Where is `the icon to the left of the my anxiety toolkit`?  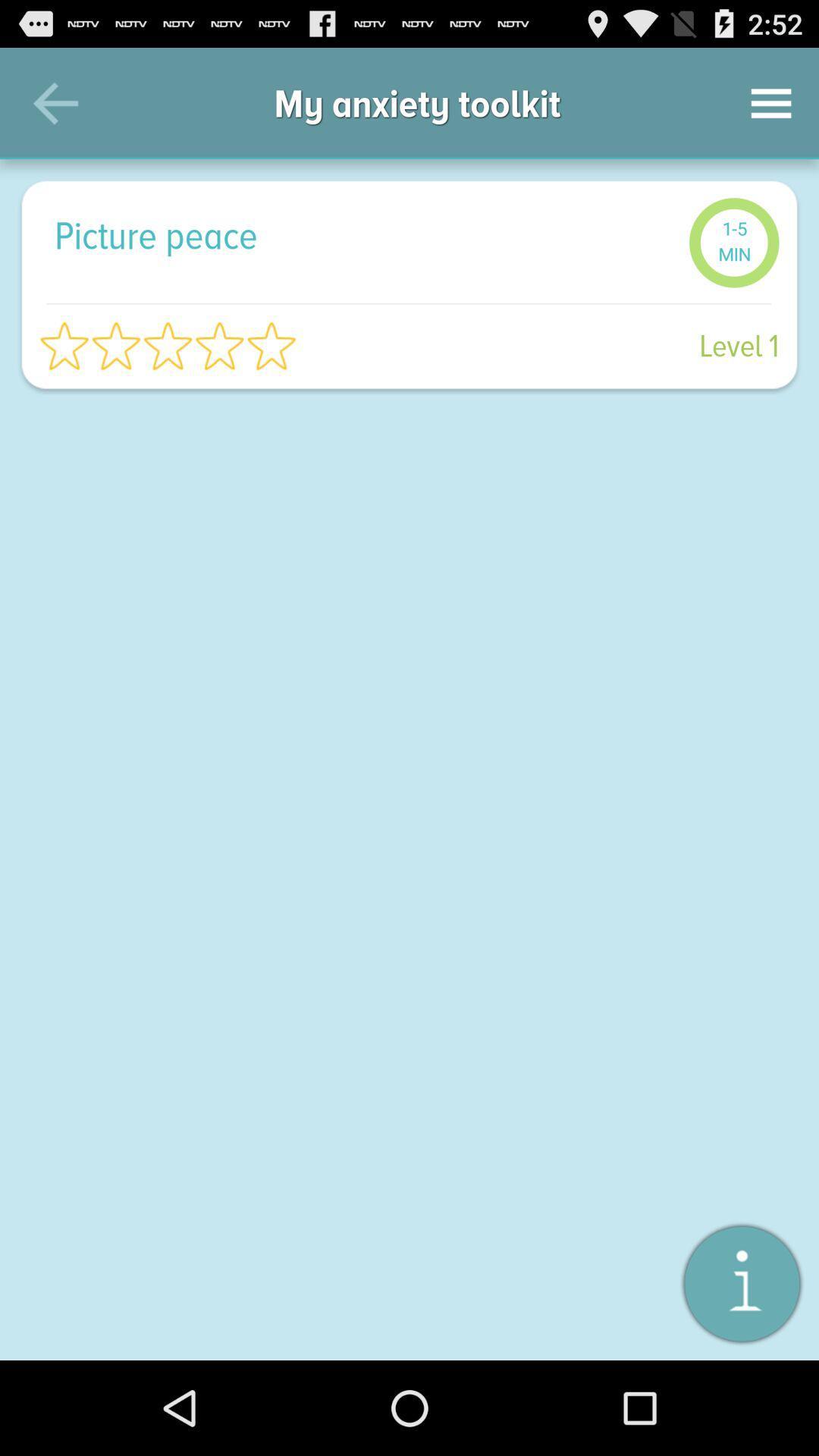
the icon to the left of the my anxiety toolkit is located at coordinates (55, 102).